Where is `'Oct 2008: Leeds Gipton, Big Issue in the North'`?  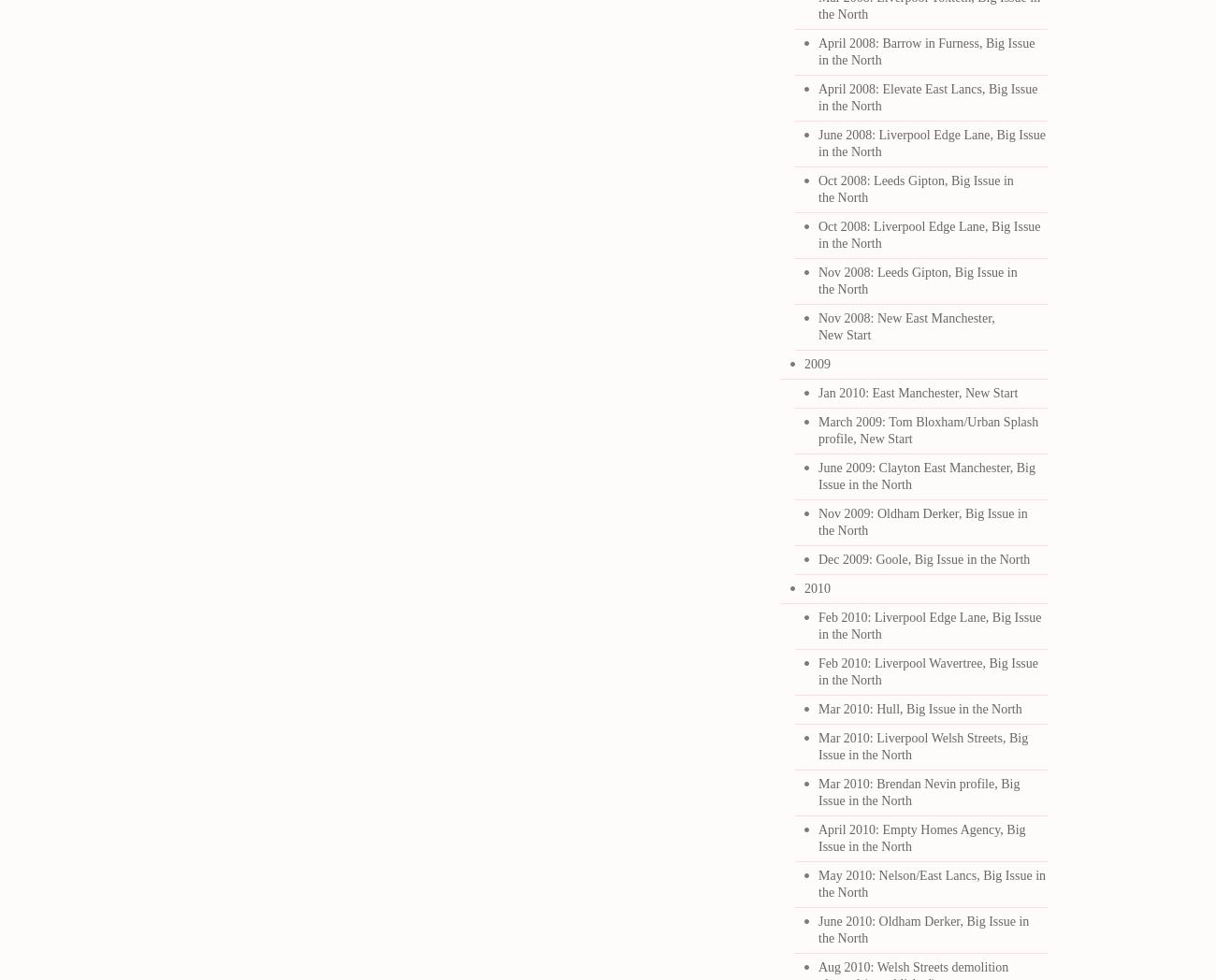
'Oct 2008: Leeds Gipton, Big Issue in the North' is located at coordinates (915, 188).